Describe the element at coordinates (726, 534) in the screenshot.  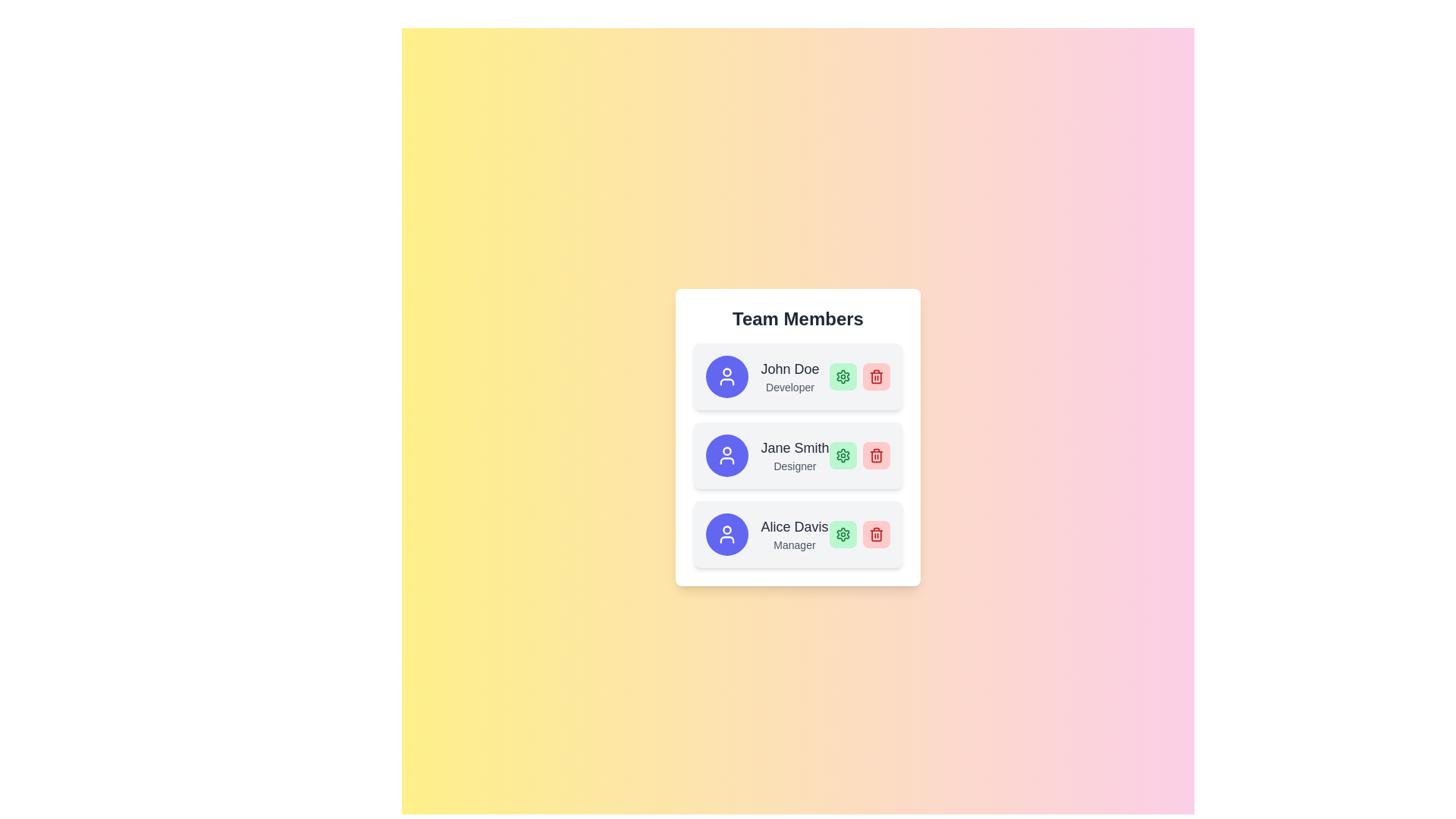
I see `the user icon styled with a rounded design inside a circular blue background, associated with 'Alice Davis Manager' in the third entry of the 'Team Members' list` at that location.